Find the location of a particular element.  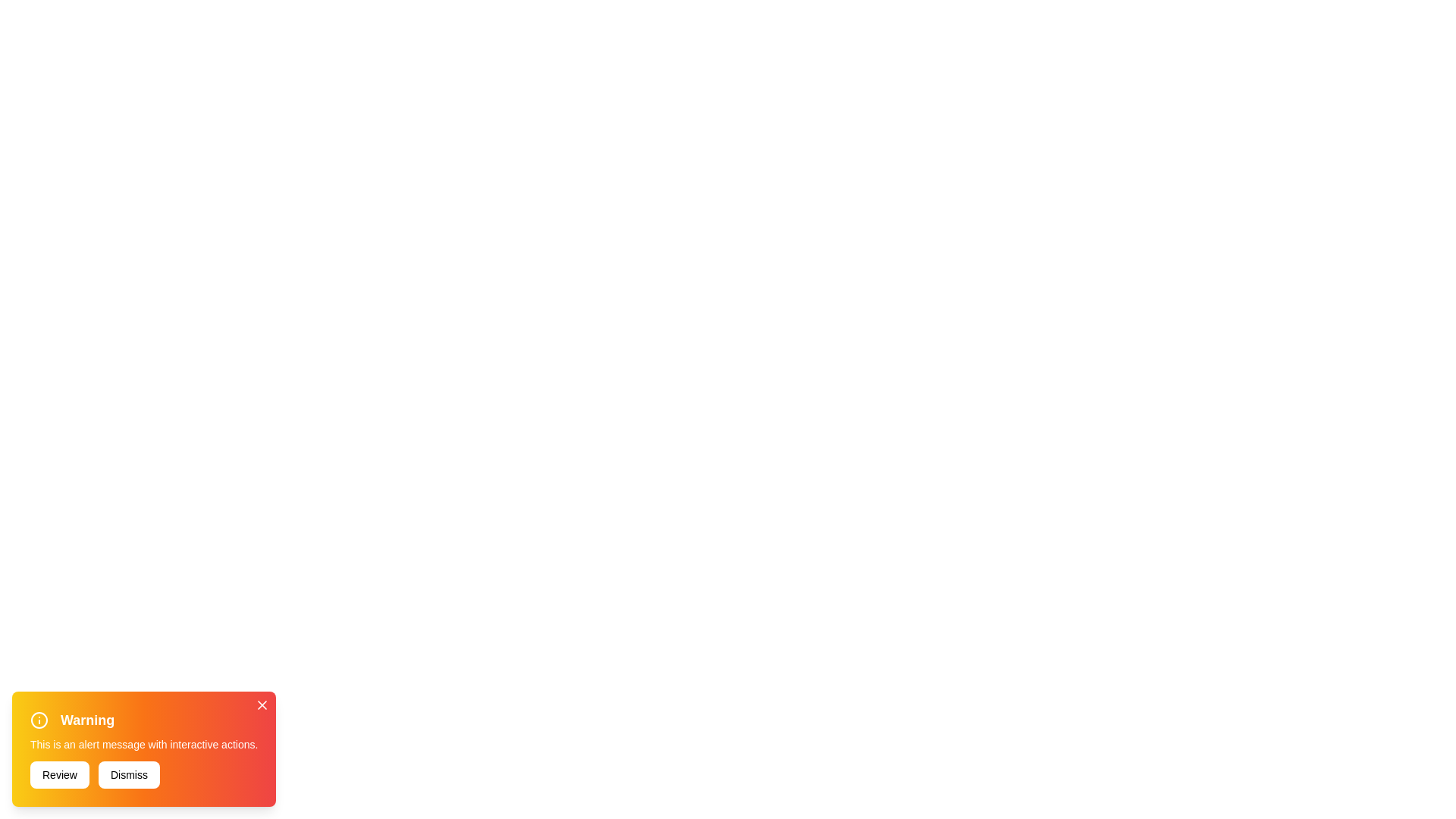

close icon in the top-right corner of the notification banner is located at coordinates (262, 704).